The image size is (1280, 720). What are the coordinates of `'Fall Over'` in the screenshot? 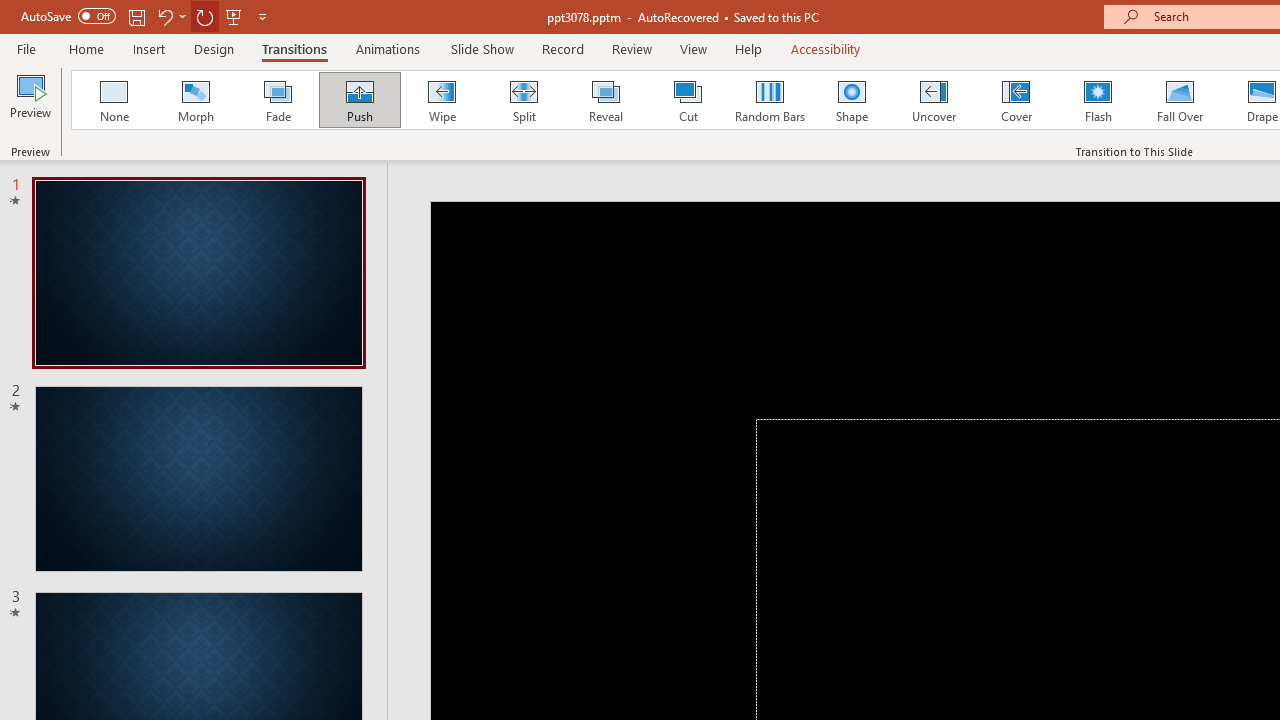 It's located at (1180, 100).